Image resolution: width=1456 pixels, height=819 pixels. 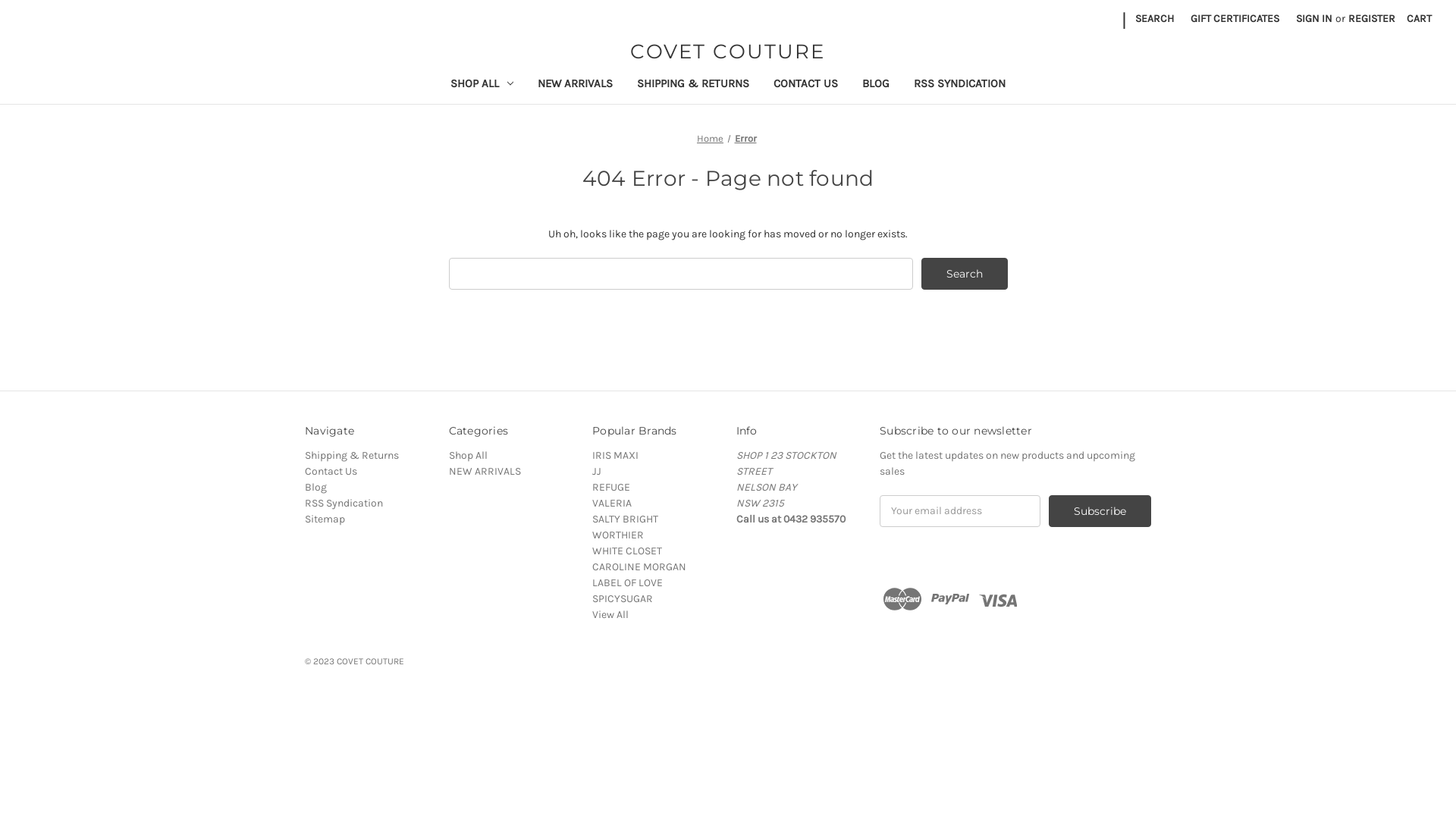 What do you see at coordinates (745, 138) in the screenshot?
I see `'Error'` at bounding box center [745, 138].